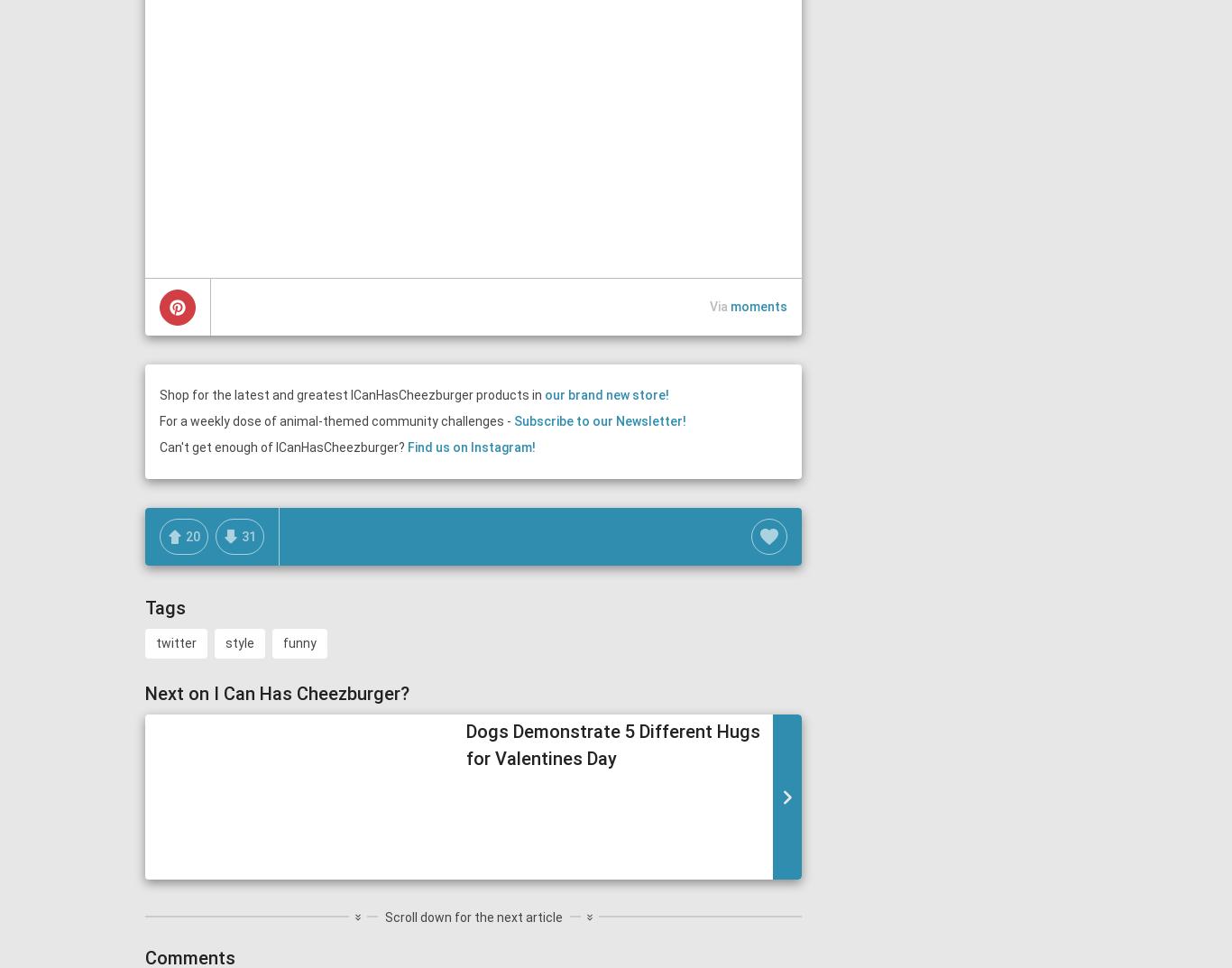 The width and height of the screenshot is (1232, 968). What do you see at coordinates (154, 643) in the screenshot?
I see `'twitter'` at bounding box center [154, 643].